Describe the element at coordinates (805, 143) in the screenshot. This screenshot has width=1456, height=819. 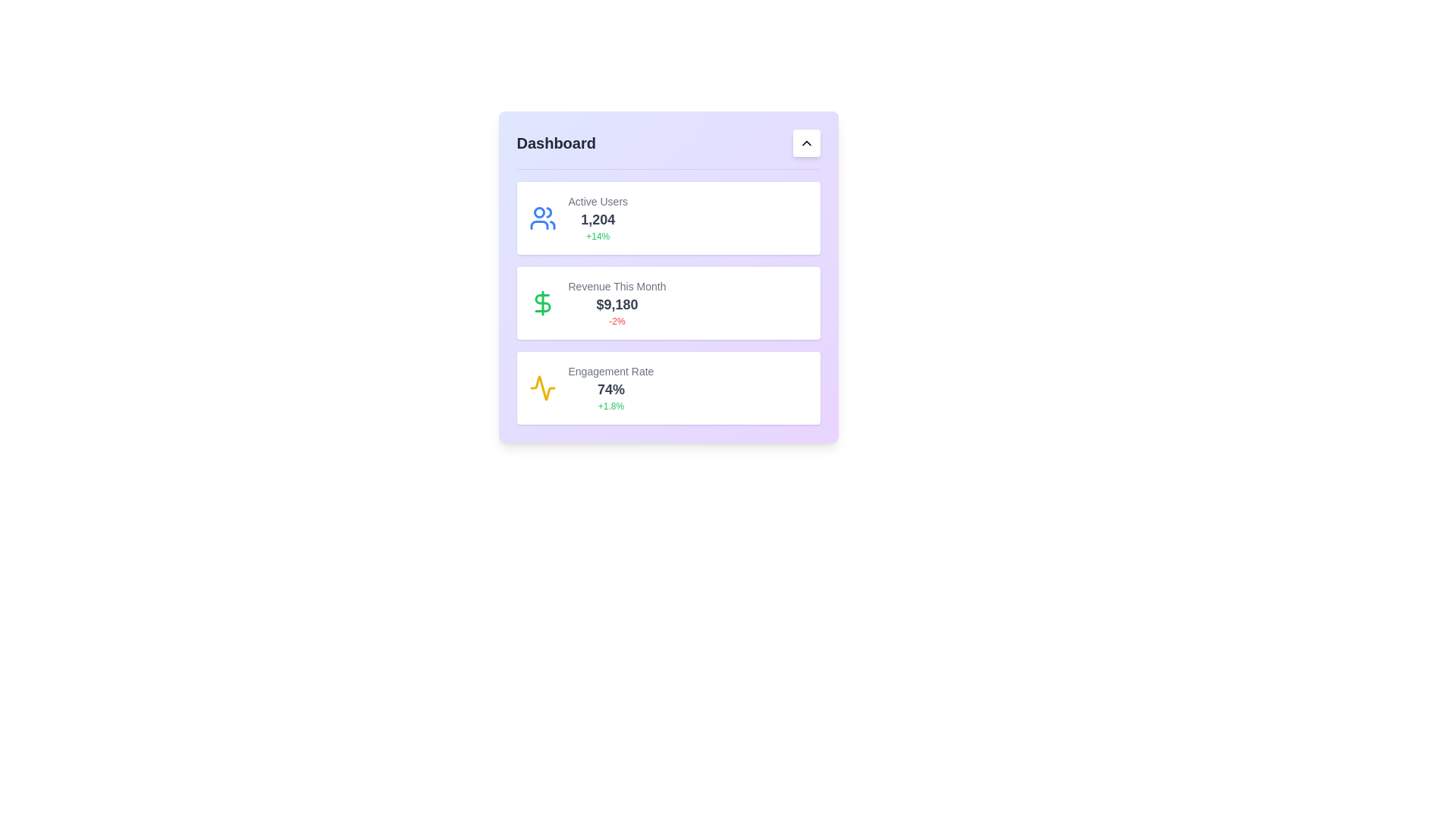
I see `the chevron icon located in the top-right corner of the card` at that location.